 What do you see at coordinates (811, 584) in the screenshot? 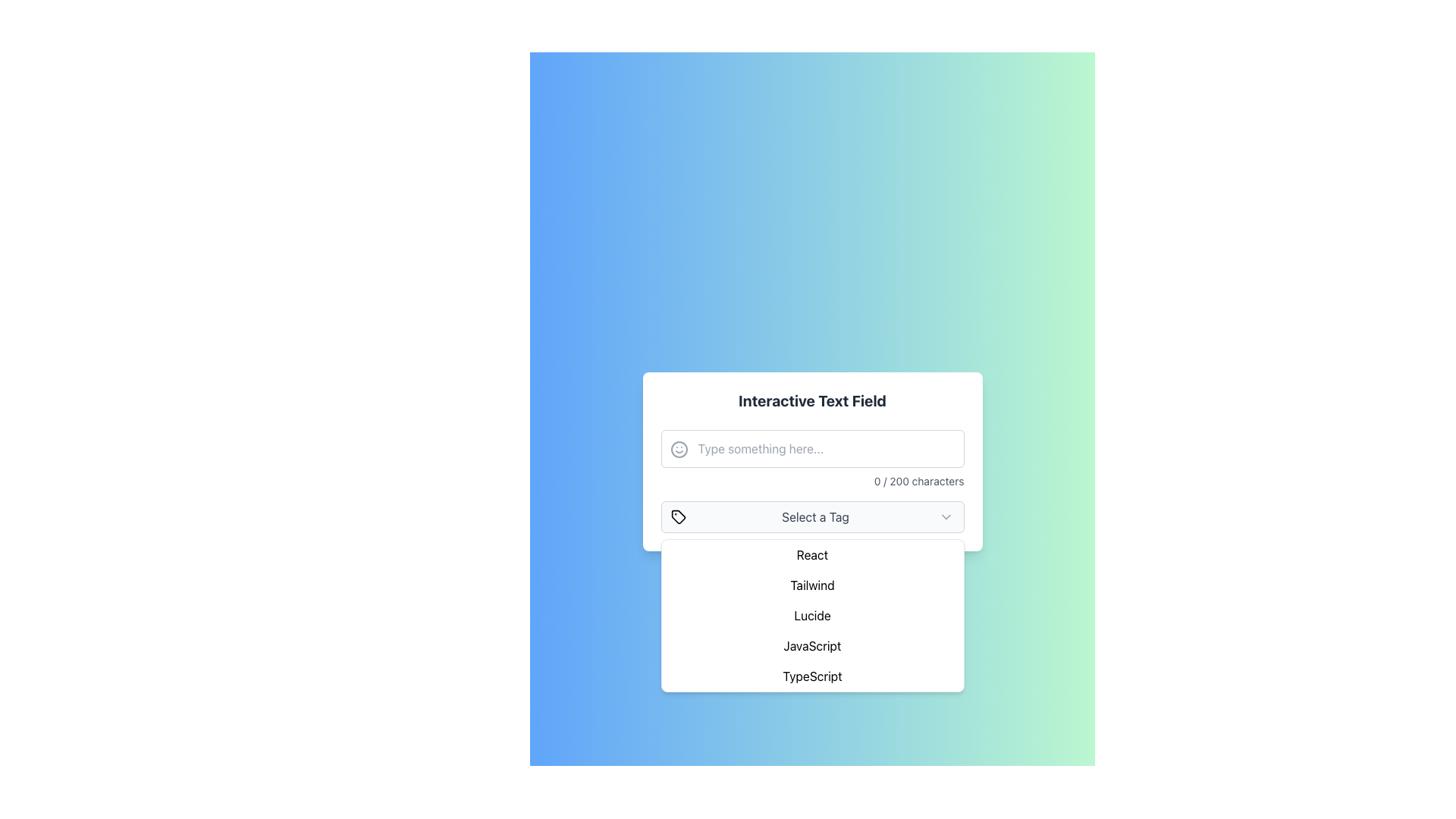
I see `the dropdown option 'Tailwind' which is the second item in the list of options within the dropdown menu` at bounding box center [811, 584].